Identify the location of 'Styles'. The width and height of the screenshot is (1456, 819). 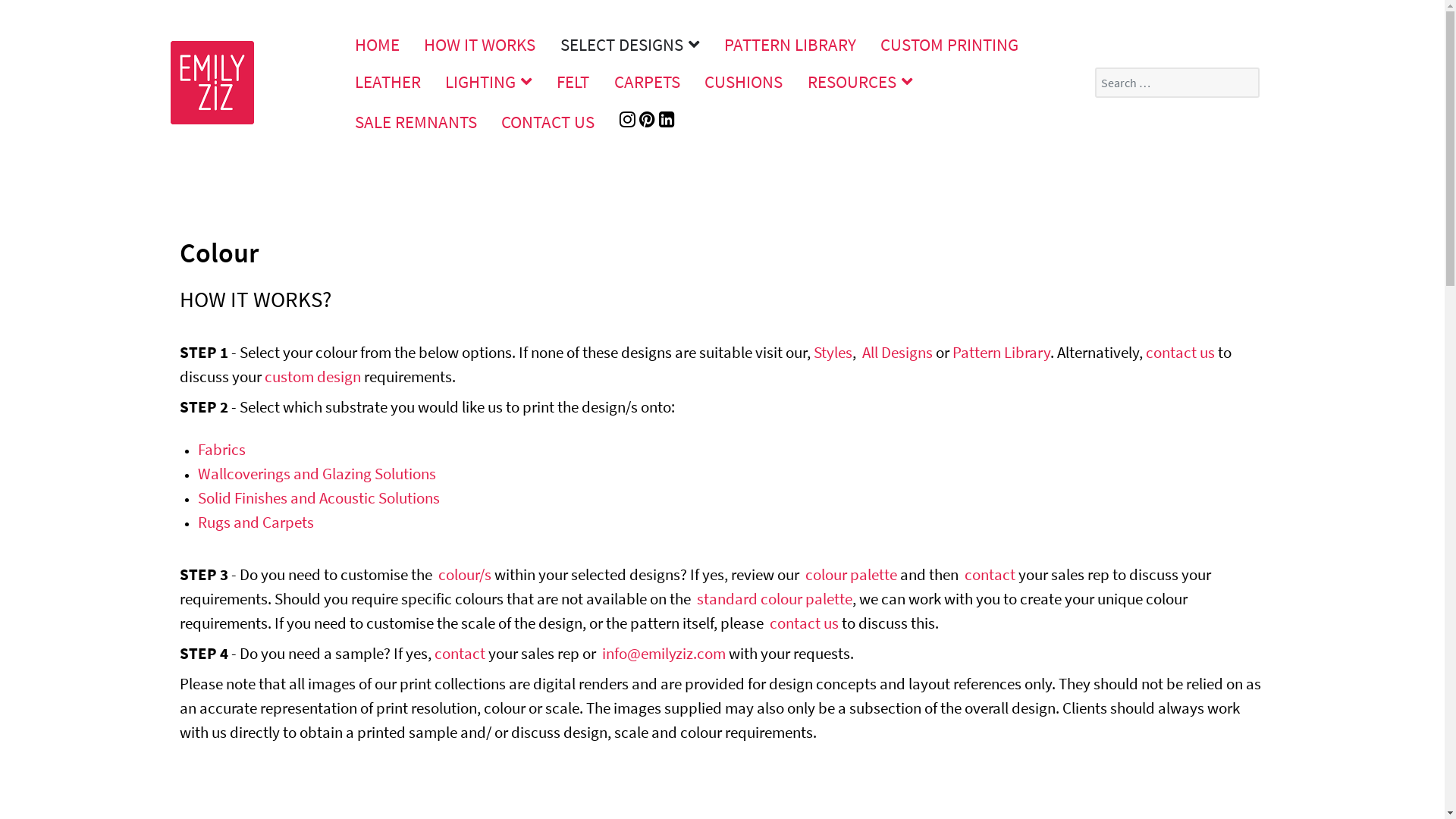
(831, 352).